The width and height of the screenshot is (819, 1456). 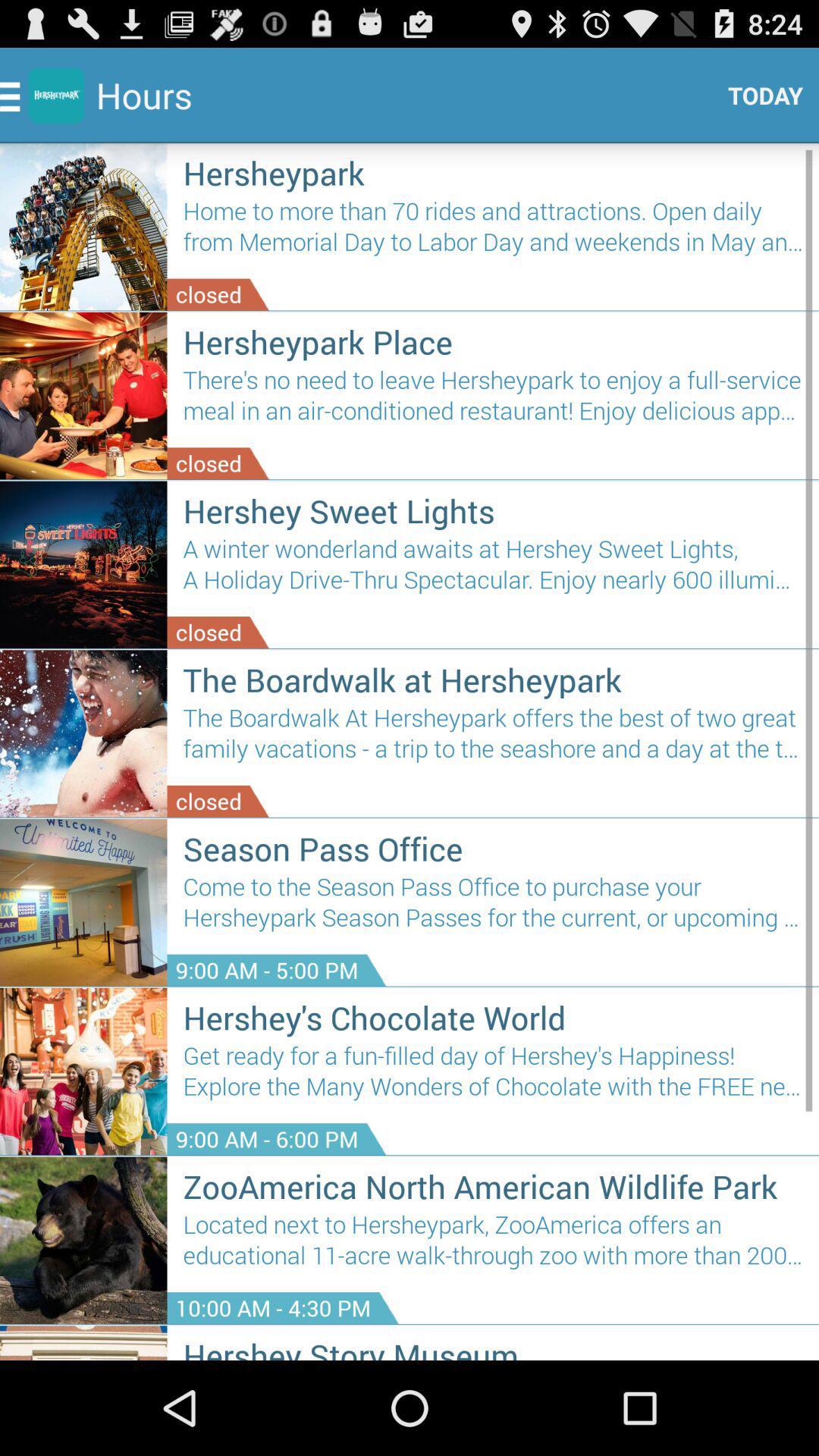 What do you see at coordinates (493, 340) in the screenshot?
I see `item above the there s no item` at bounding box center [493, 340].